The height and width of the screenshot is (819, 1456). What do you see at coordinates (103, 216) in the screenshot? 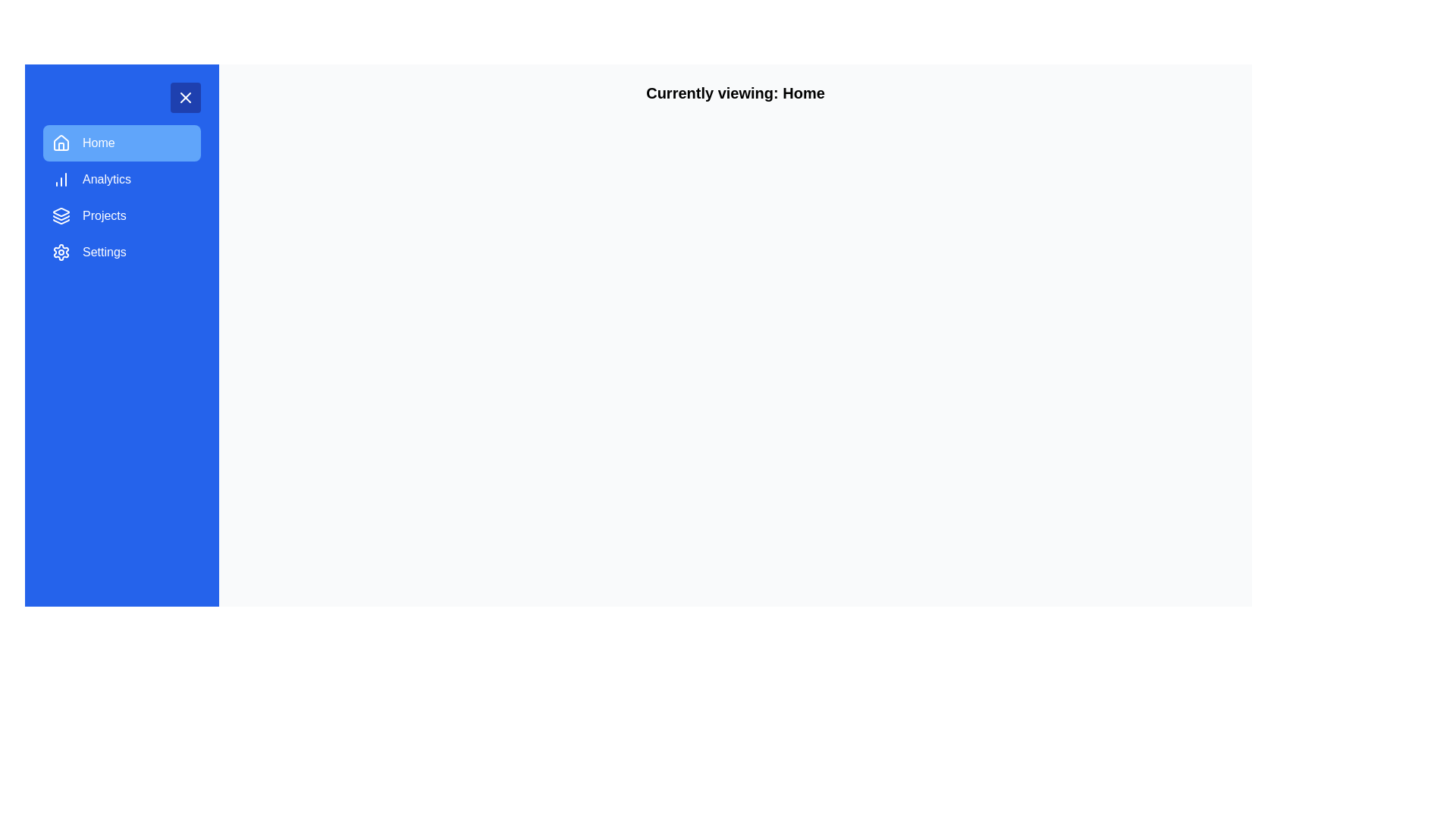
I see `the 'Projects' button in the vertical menu list on the left side of the interface` at bounding box center [103, 216].